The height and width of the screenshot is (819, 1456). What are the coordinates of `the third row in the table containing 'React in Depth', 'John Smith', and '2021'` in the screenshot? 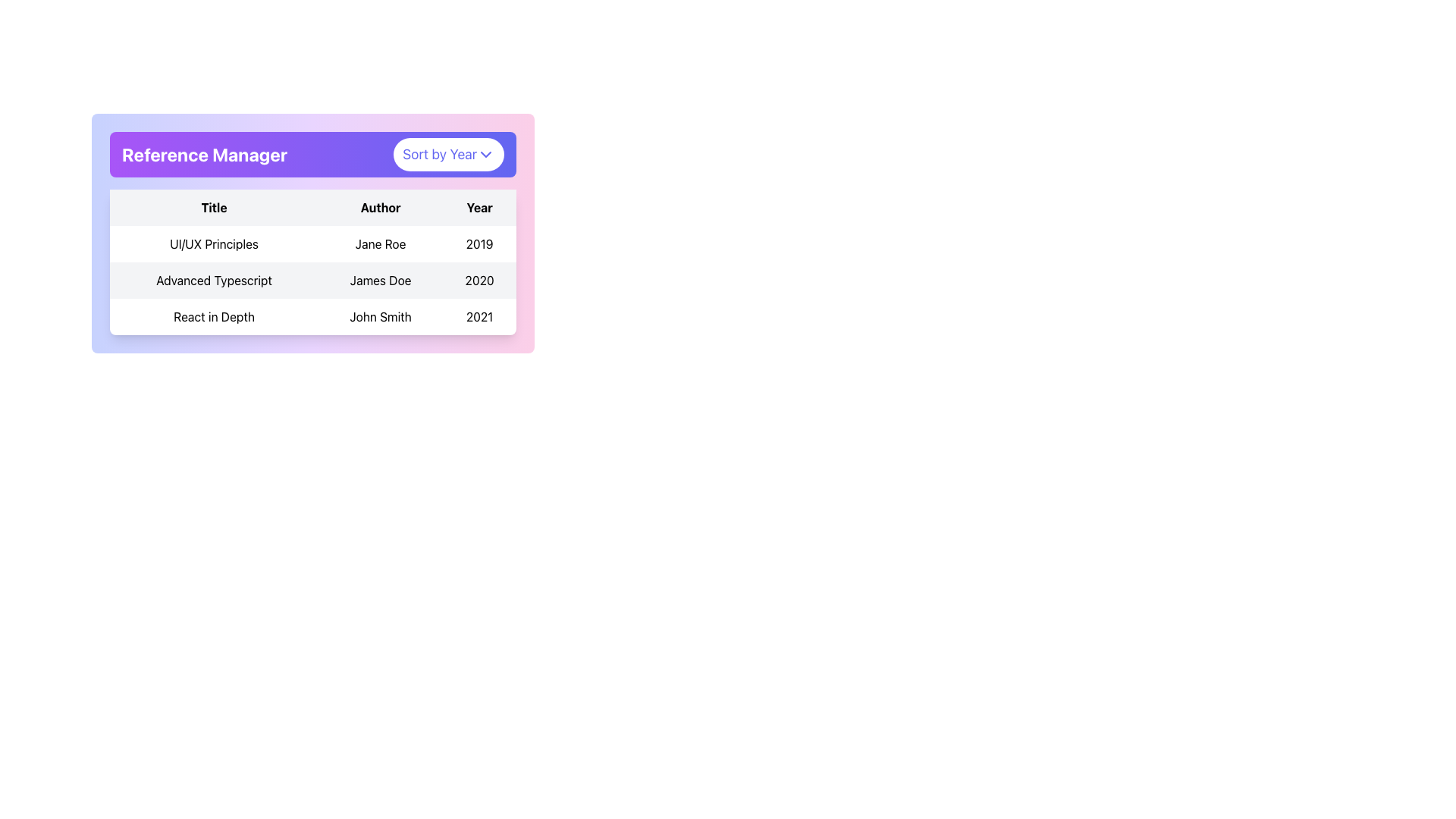 It's located at (312, 315).